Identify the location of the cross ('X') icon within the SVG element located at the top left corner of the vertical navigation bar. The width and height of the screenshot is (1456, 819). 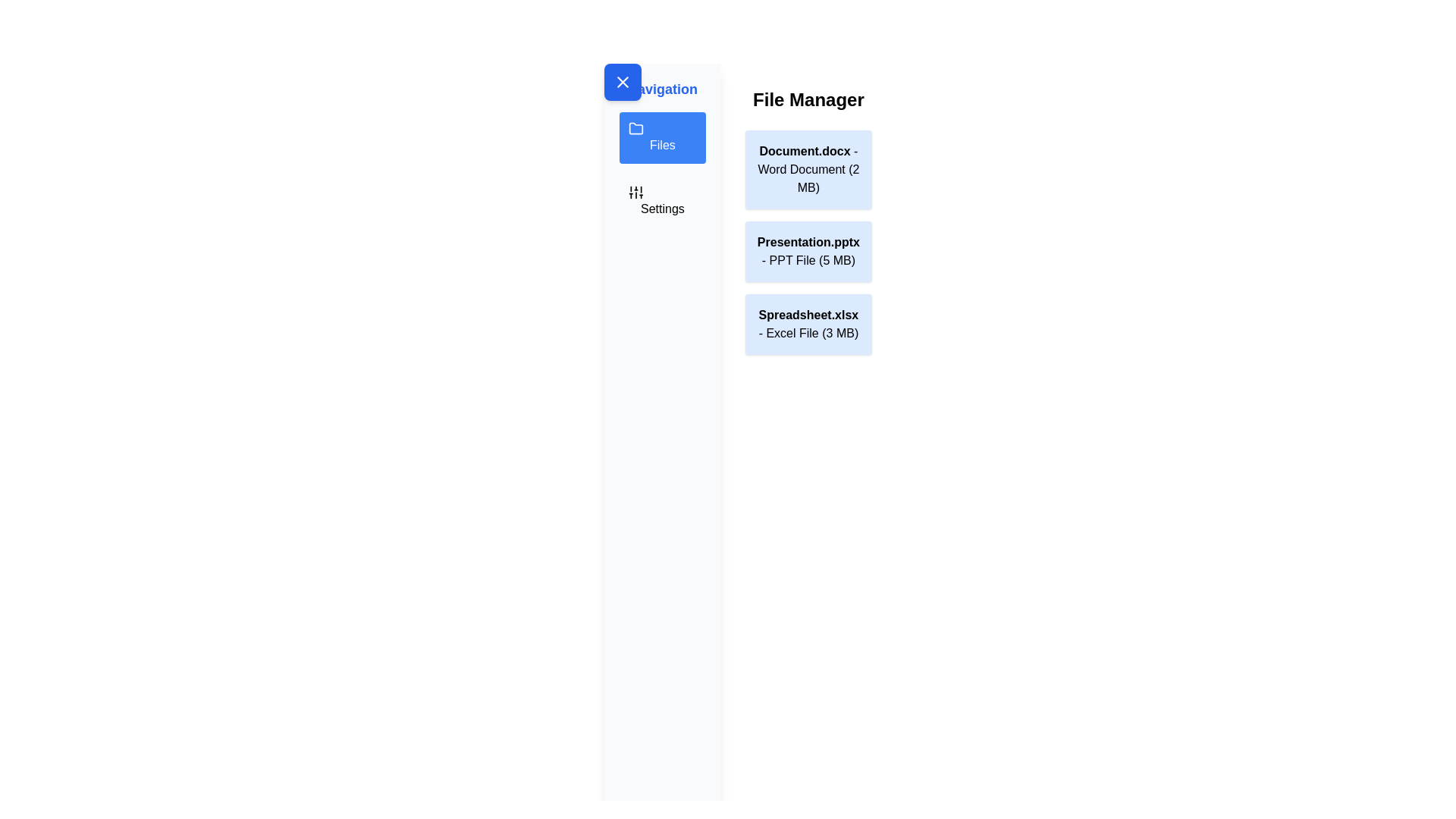
(623, 82).